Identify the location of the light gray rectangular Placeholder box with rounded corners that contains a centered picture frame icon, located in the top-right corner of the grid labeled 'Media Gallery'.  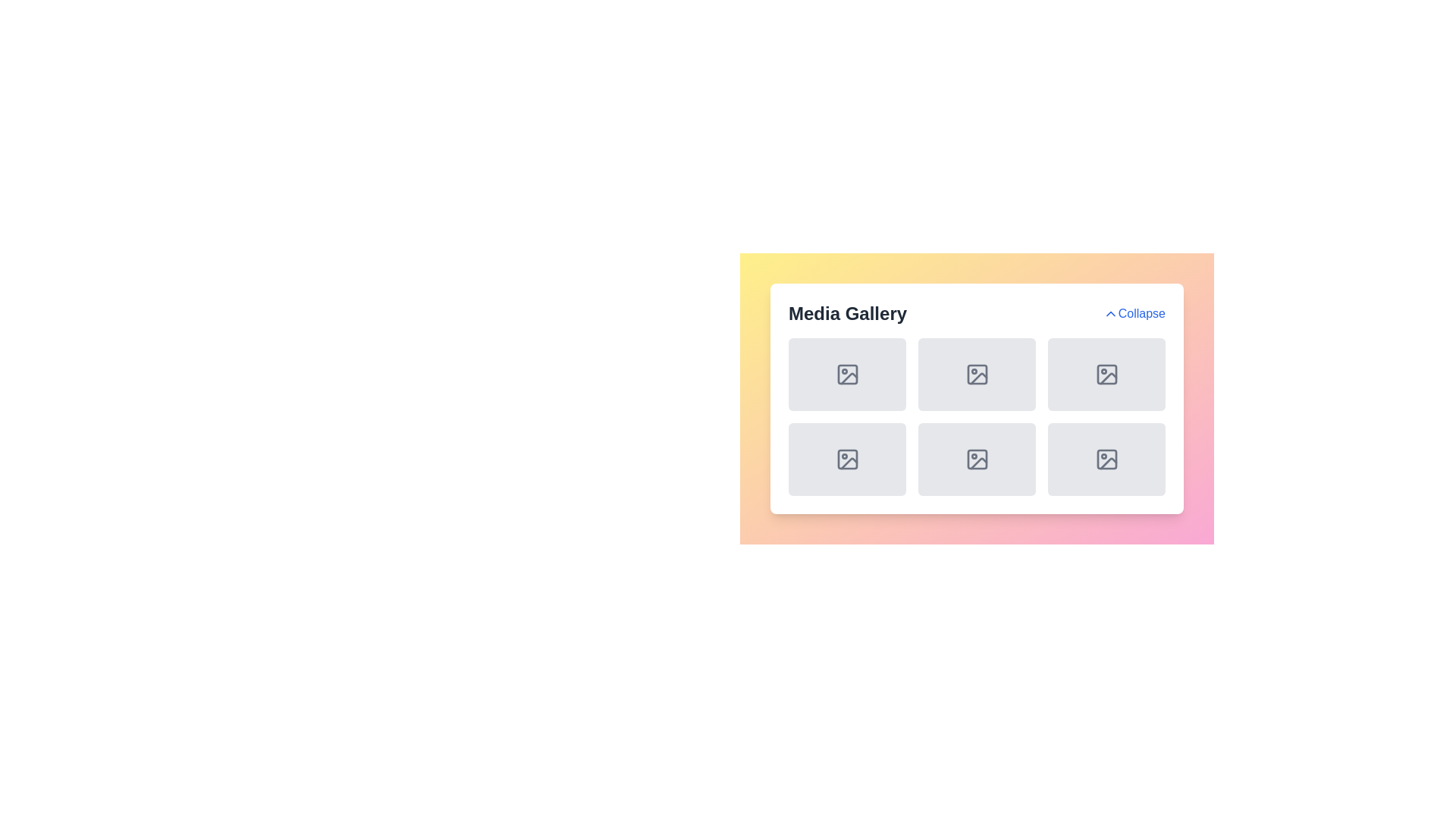
(1106, 374).